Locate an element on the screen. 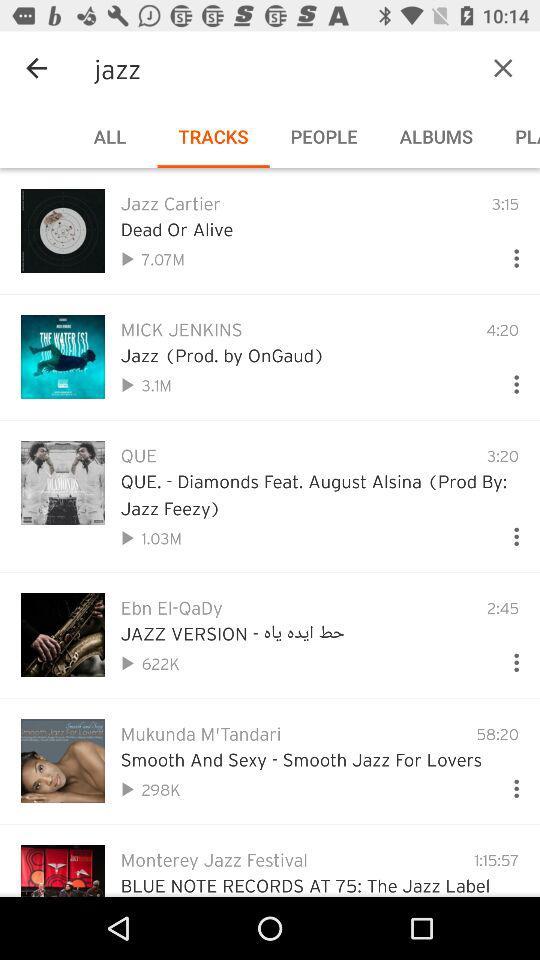 This screenshot has width=540, height=960. more options is located at coordinates (508, 379).